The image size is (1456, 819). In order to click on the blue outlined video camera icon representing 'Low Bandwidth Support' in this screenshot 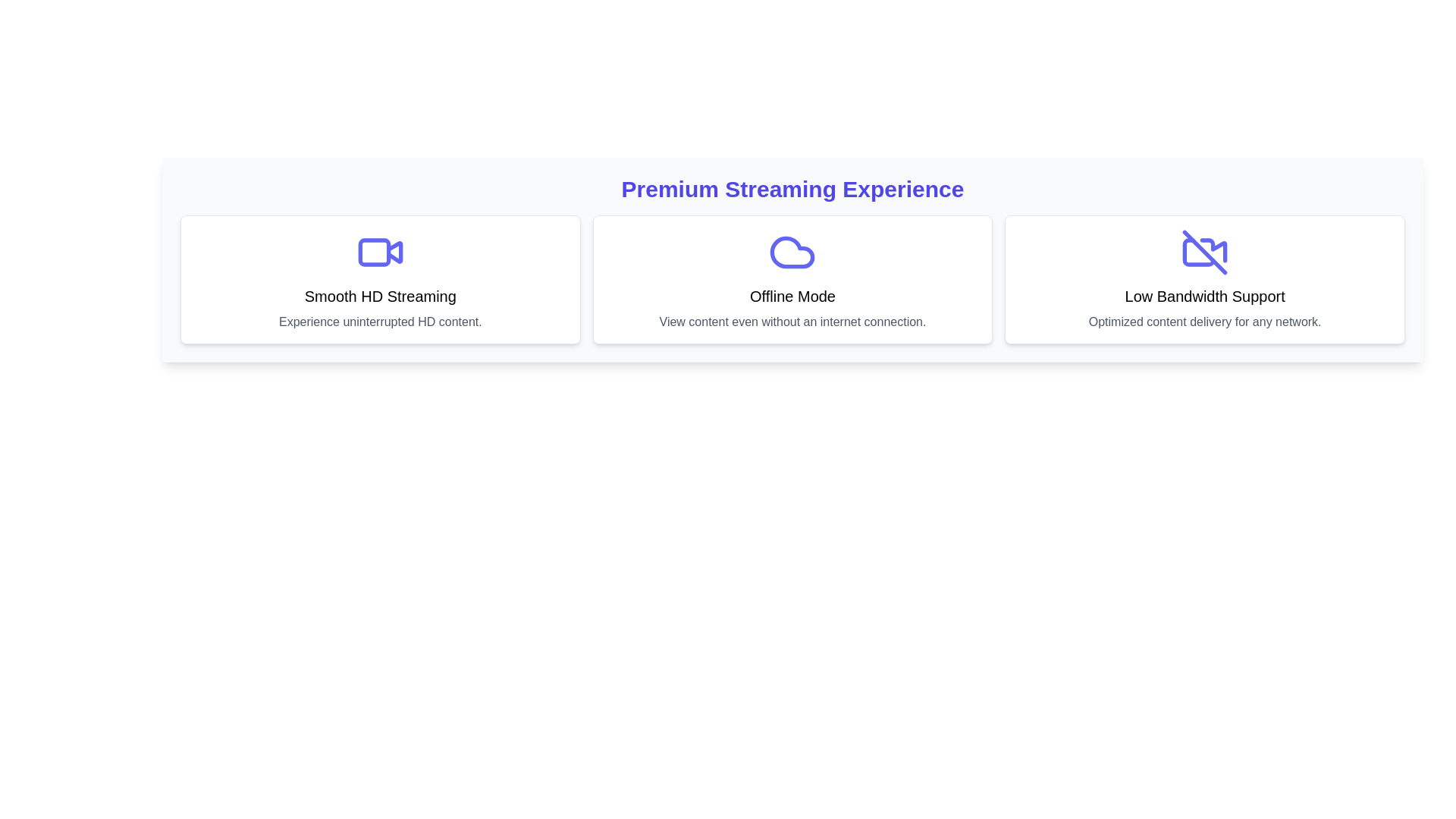, I will do `click(1203, 251)`.